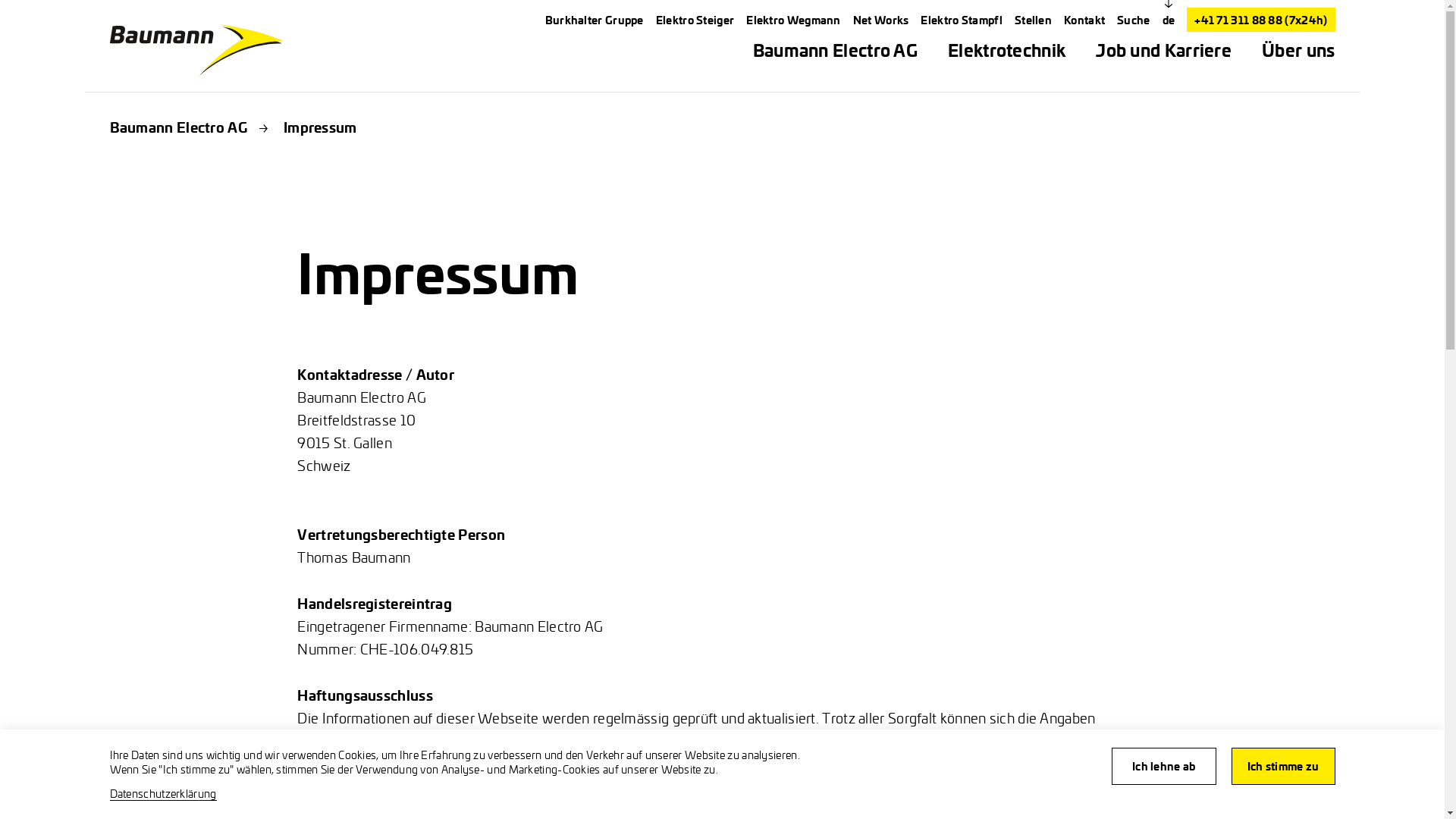 The height and width of the screenshot is (819, 1456). I want to click on '+41 71 311 88 88 (7x24h)', so click(1260, 20).